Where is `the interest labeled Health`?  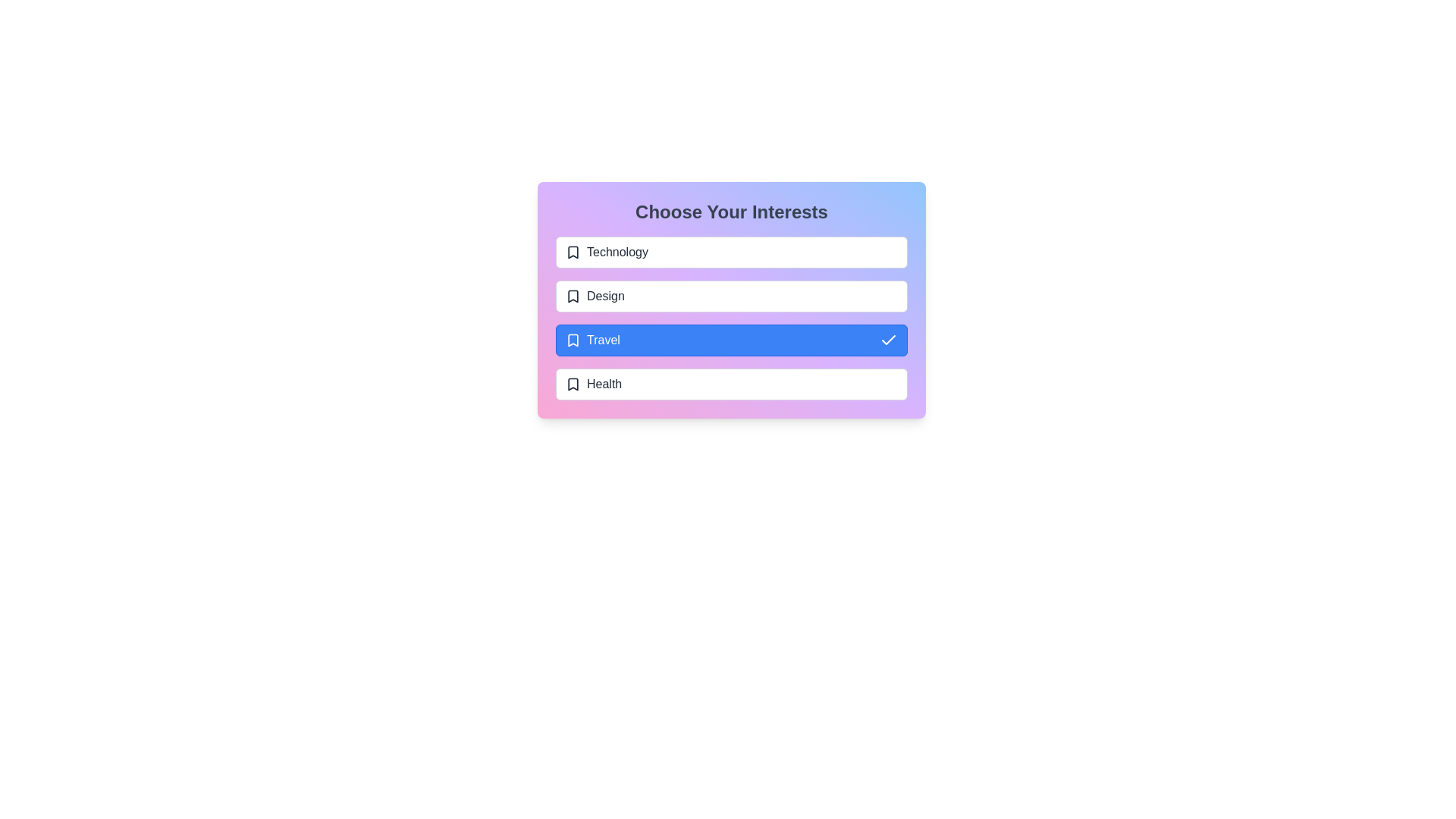
the interest labeled Health is located at coordinates (731, 383).